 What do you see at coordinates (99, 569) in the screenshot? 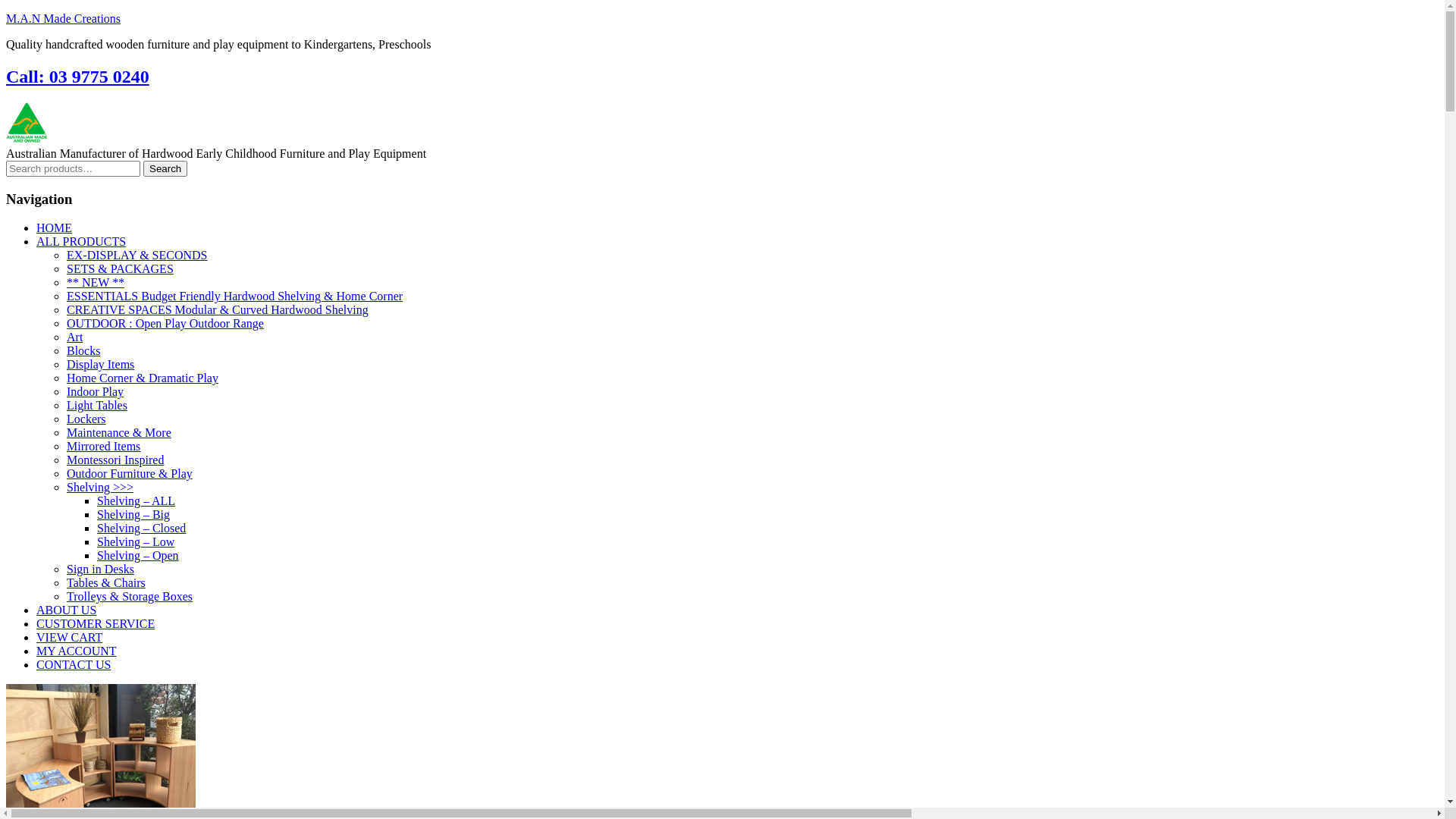
I see `'Sign in Desks'` at bounding box center [99, 569].